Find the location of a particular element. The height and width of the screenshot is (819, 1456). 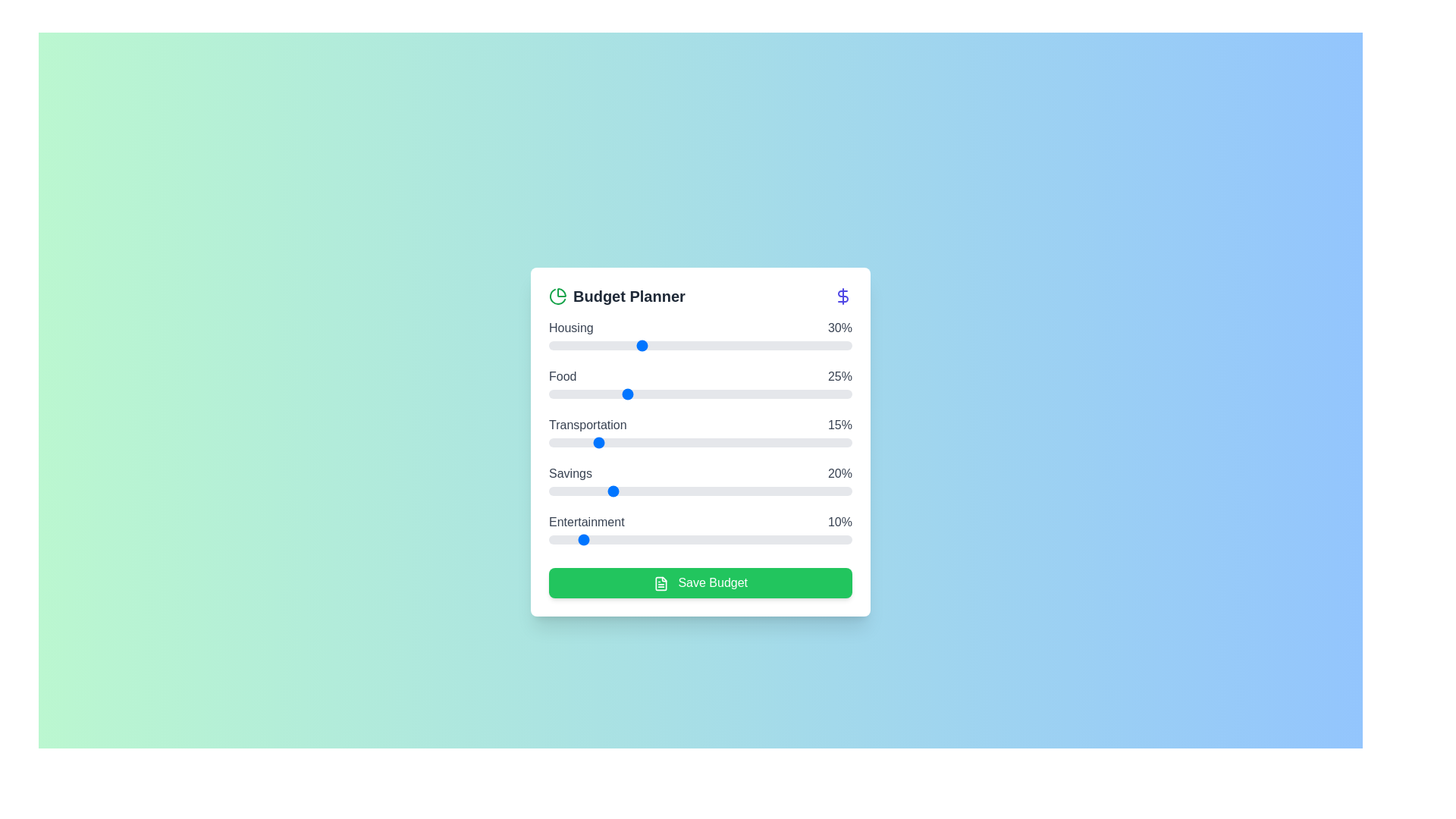

the slider for 'Entertainment' to set its percentage to 63 is located at coordinates (739, 539).